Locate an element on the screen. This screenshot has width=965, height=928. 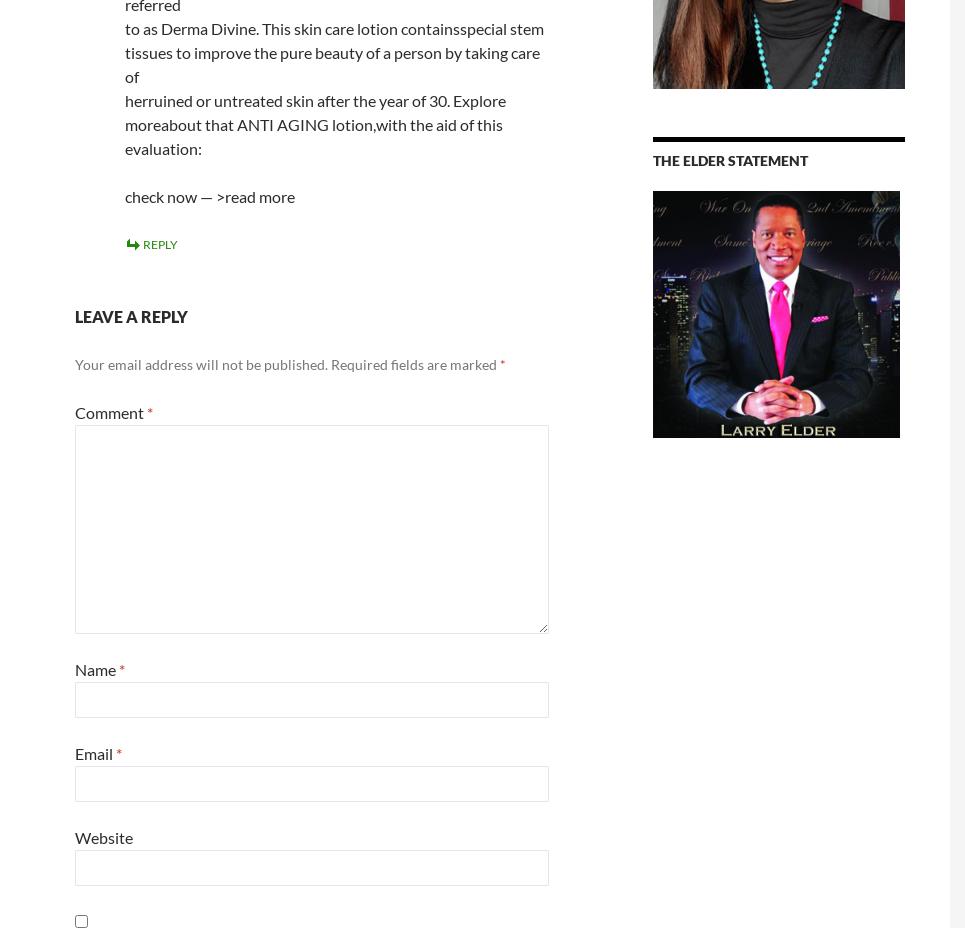
'The Elder Statement' is located at coordinates (653, 160).